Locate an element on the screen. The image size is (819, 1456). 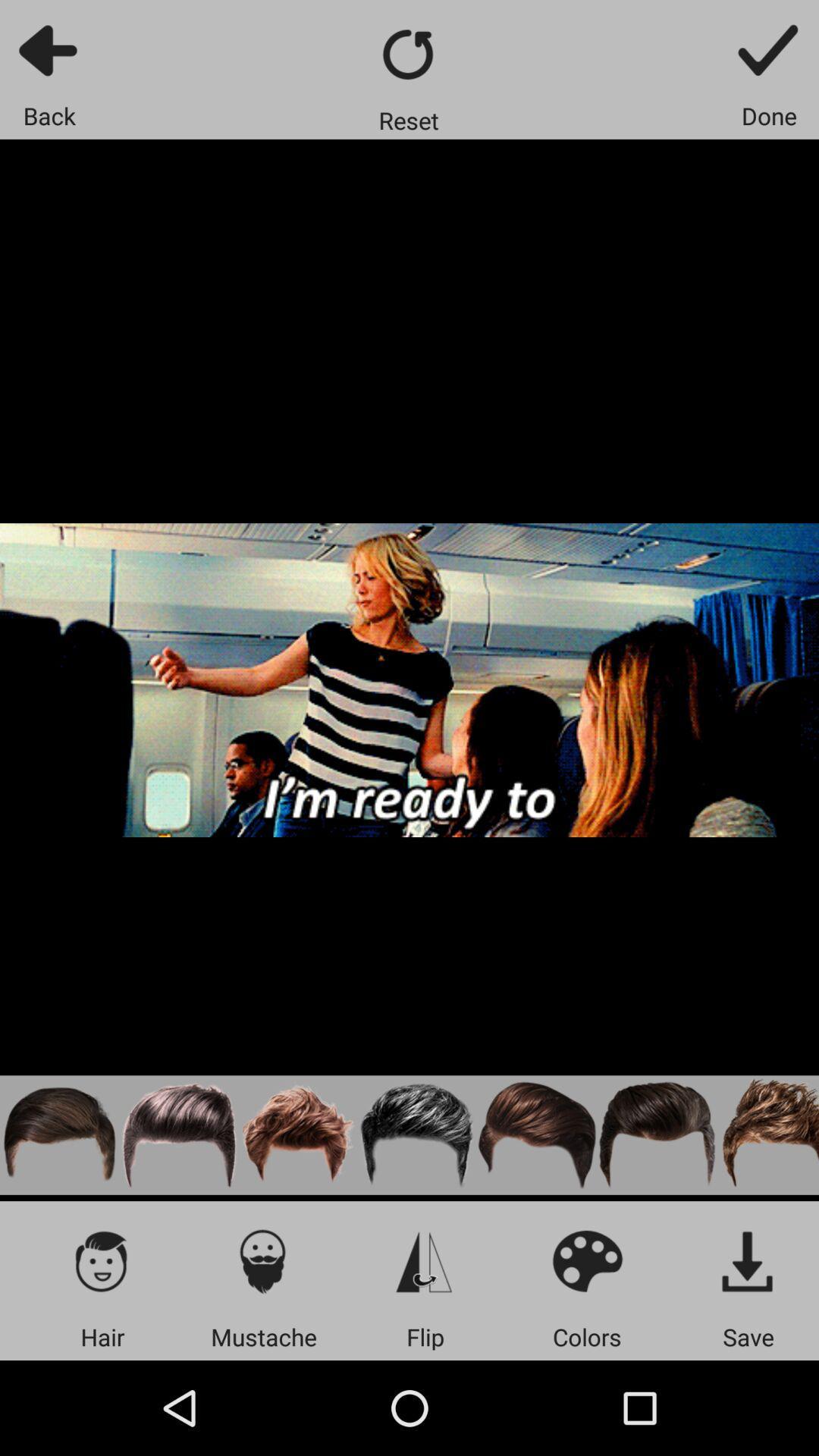
the colors icon is located at coordinates (586, 1260).